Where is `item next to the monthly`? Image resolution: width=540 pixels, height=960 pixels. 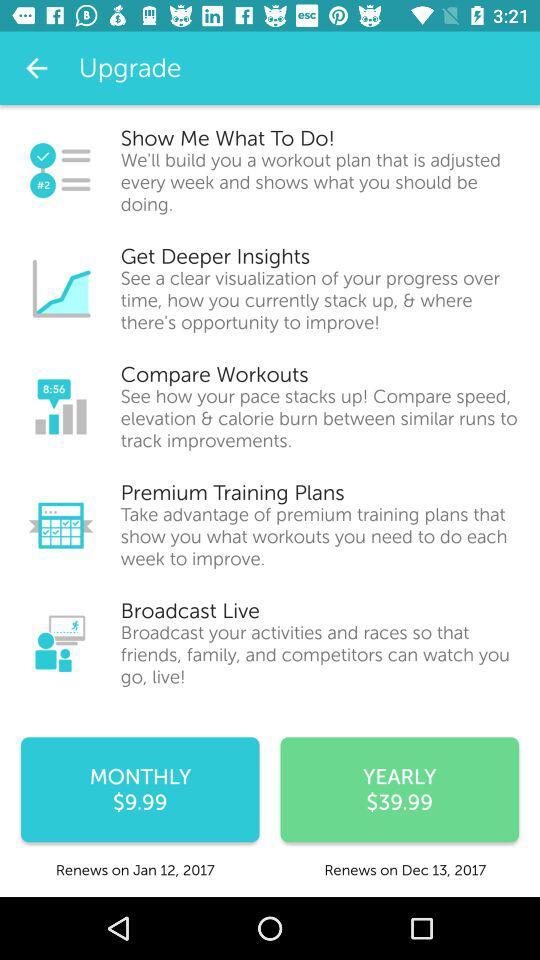 item next to the monthly is located at coordinates (399, 789).